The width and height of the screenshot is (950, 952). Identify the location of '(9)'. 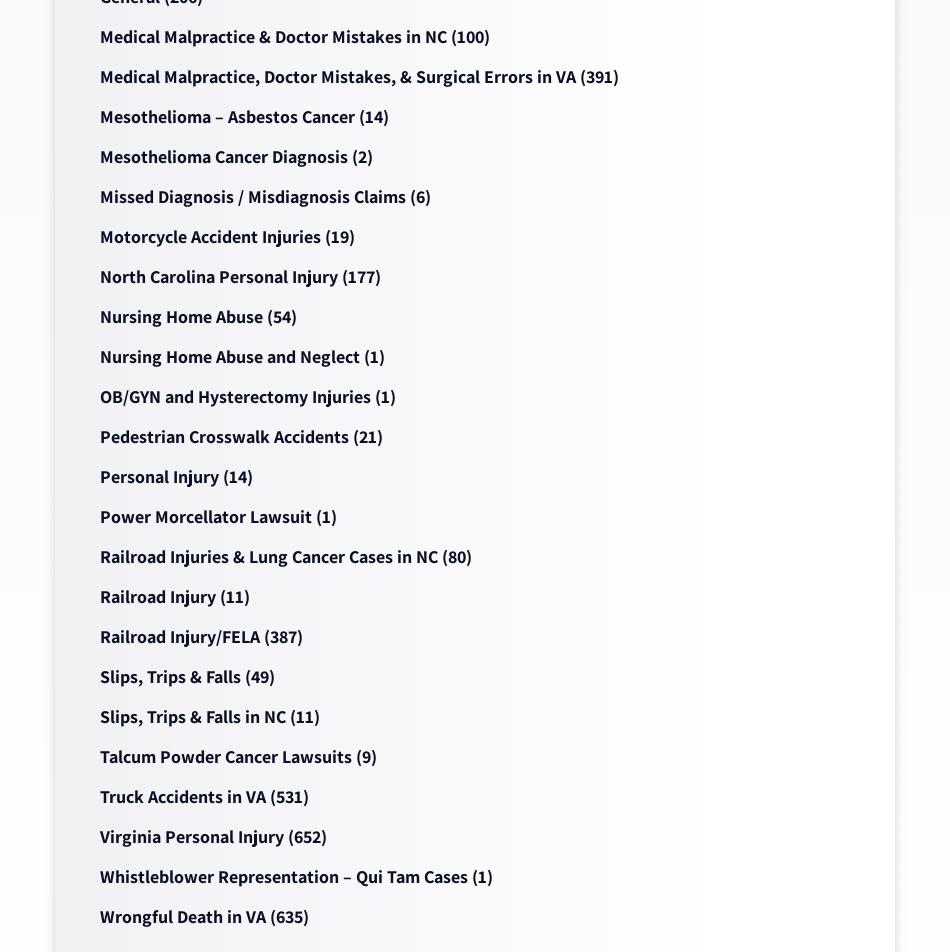
(363, 756).